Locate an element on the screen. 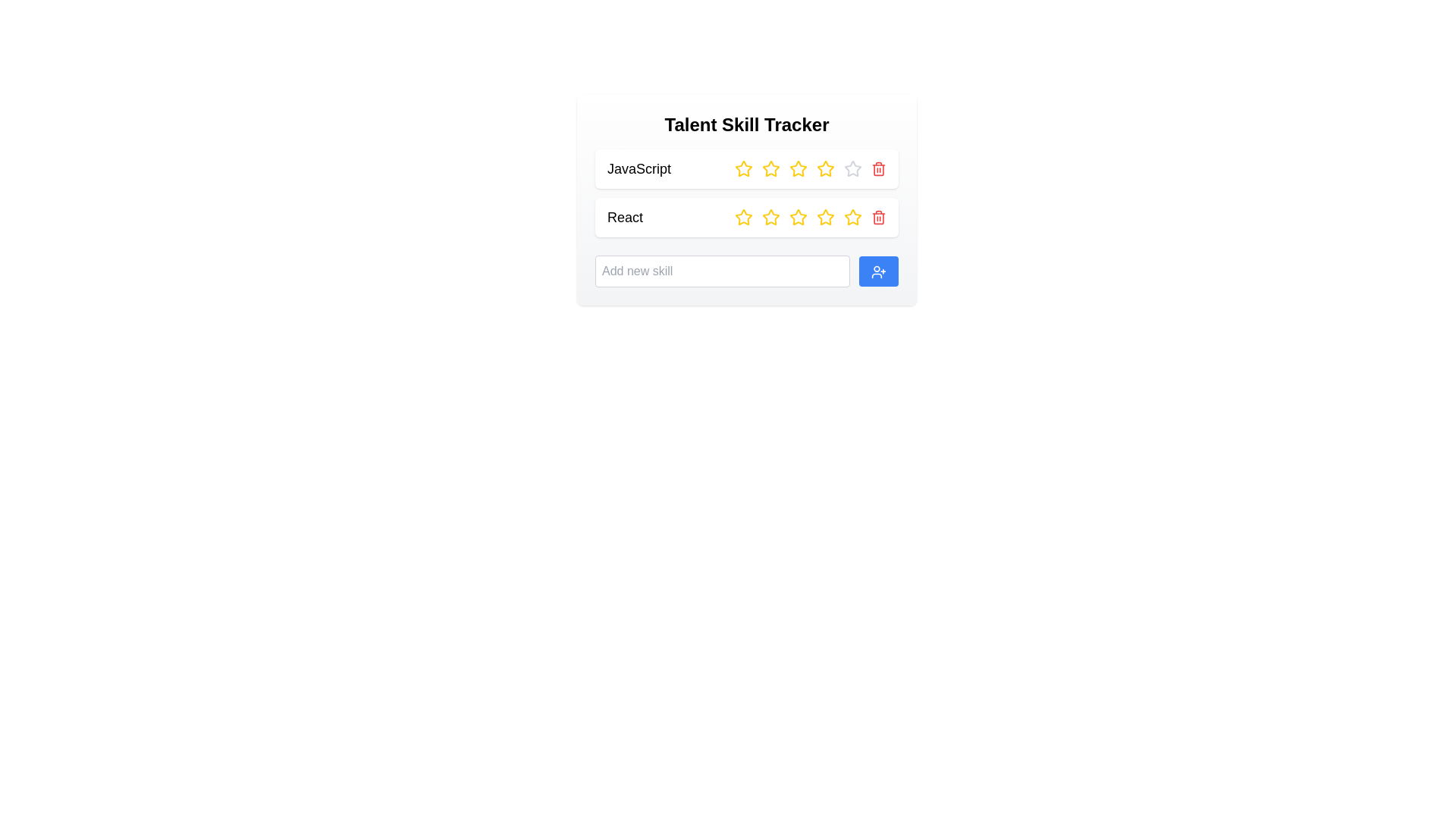  the yellow star-shaped icon representing the second rating star for the 'JavaScript' skill in the 'Talent Skill Tracker' interface is located at coordinates (771, 169).